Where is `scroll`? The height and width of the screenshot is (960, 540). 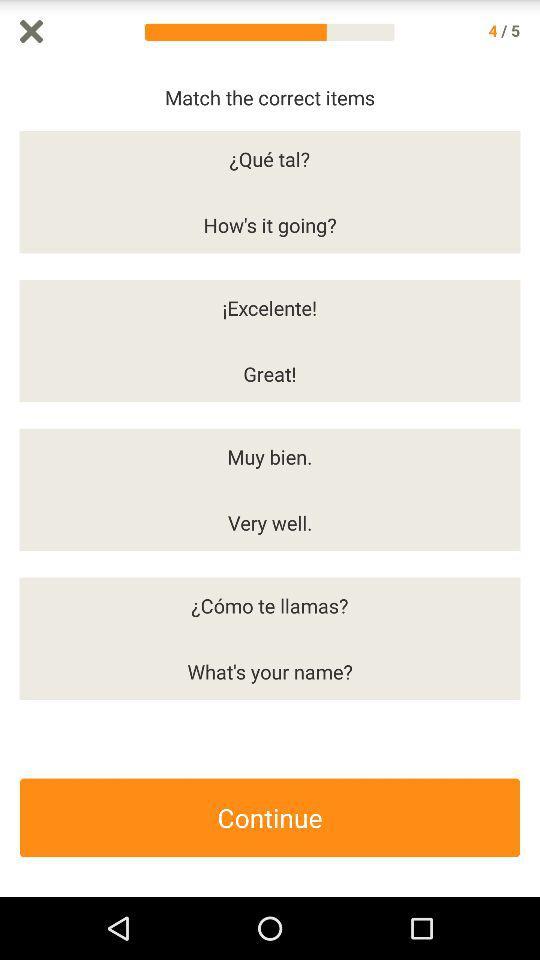 scroll is located at coordinates (530, 480).